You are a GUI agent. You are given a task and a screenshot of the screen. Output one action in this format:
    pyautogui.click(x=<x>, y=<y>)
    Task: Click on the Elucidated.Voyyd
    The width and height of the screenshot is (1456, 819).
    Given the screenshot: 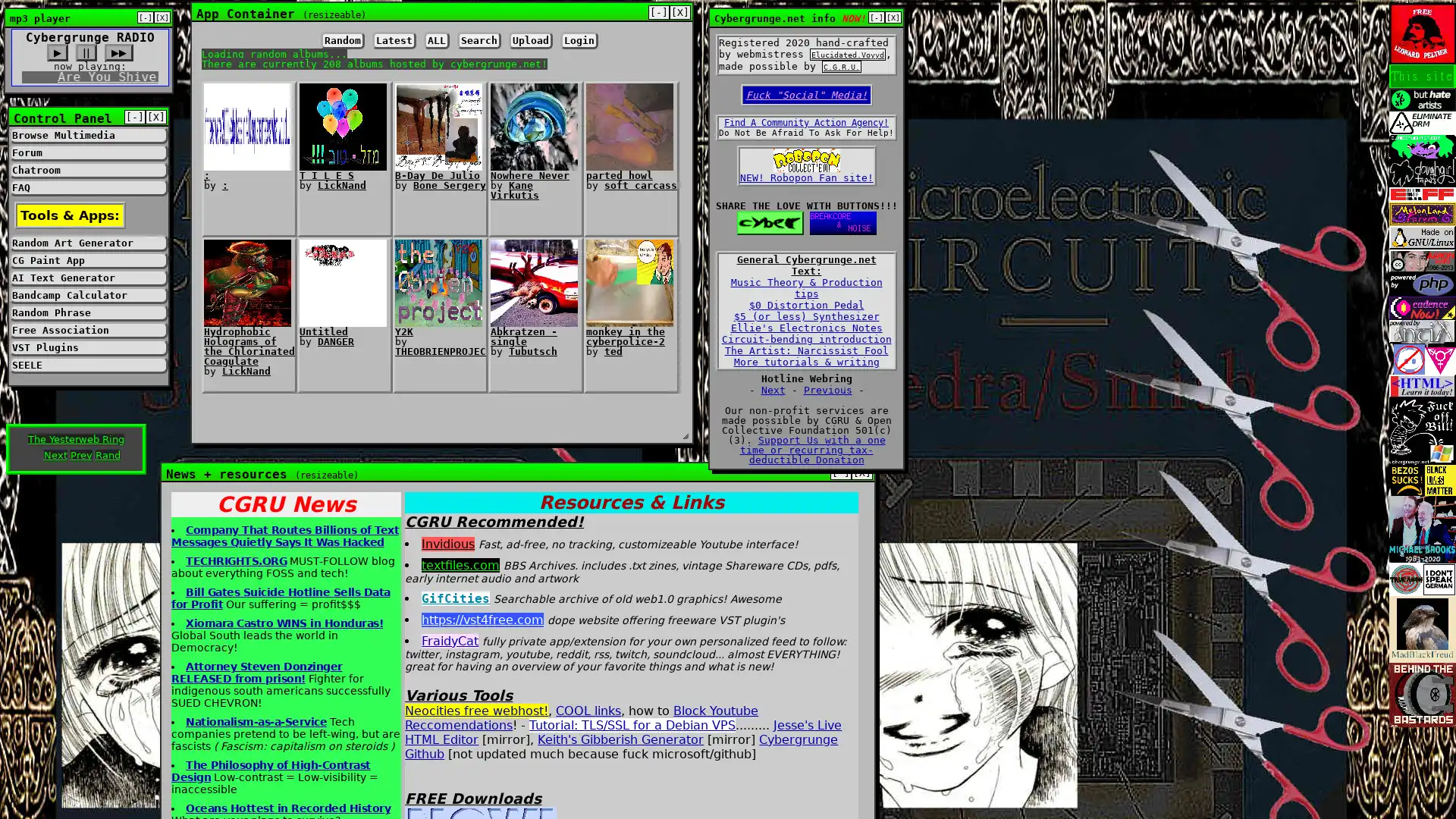 What is the action you would take?
    pyautogui.click(x=847, y=54)
    